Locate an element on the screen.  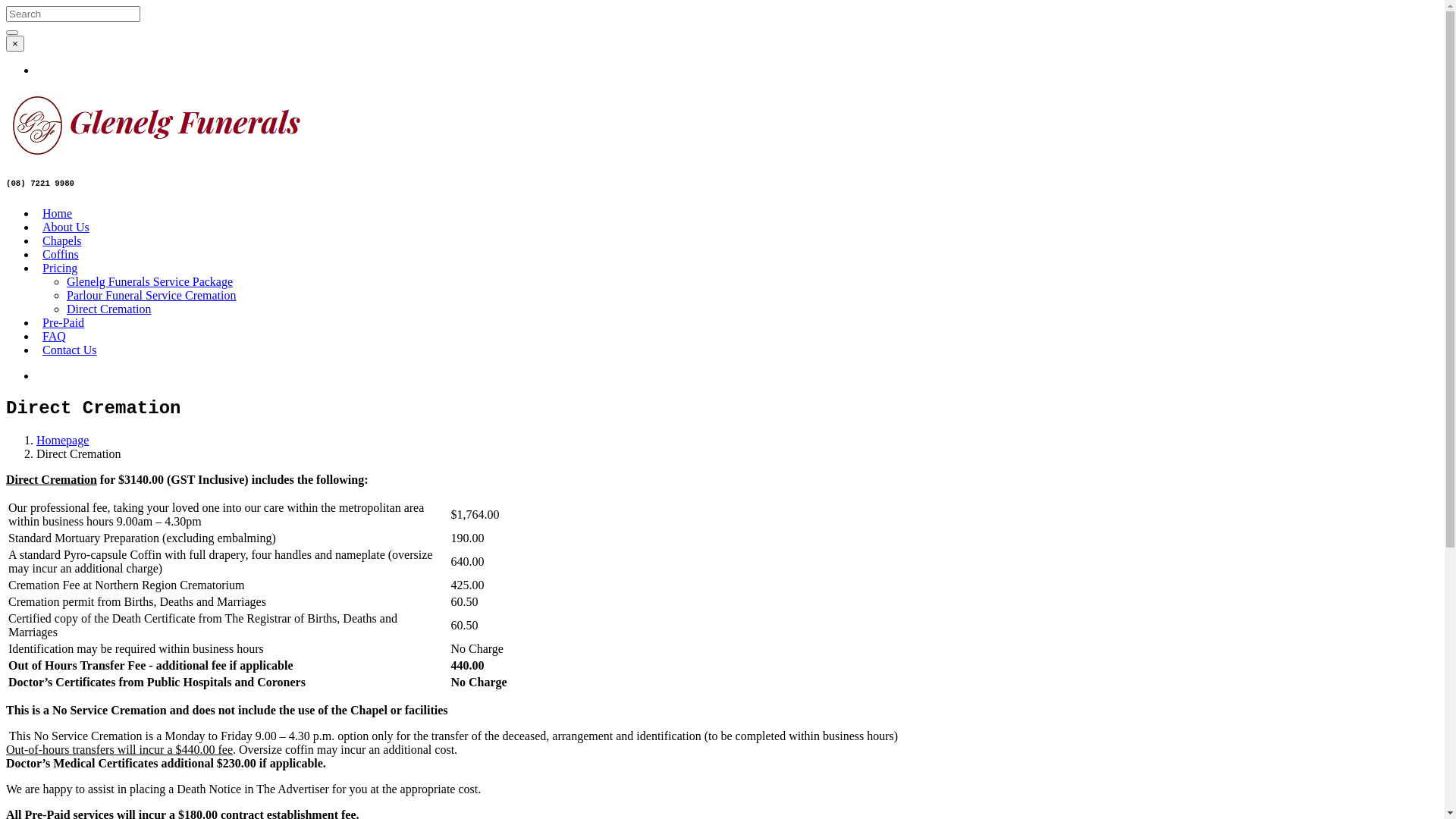
'Contact Us' is located at coordinates (42, 350).